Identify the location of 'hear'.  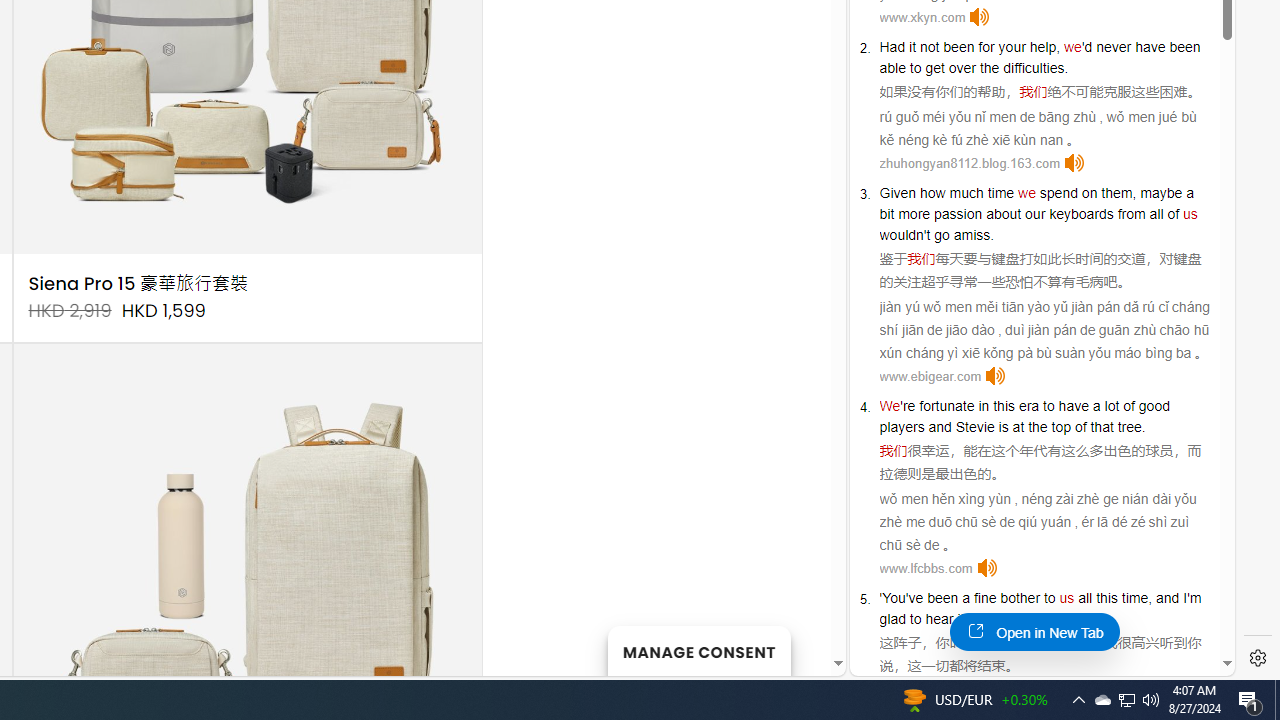
(938, 618).